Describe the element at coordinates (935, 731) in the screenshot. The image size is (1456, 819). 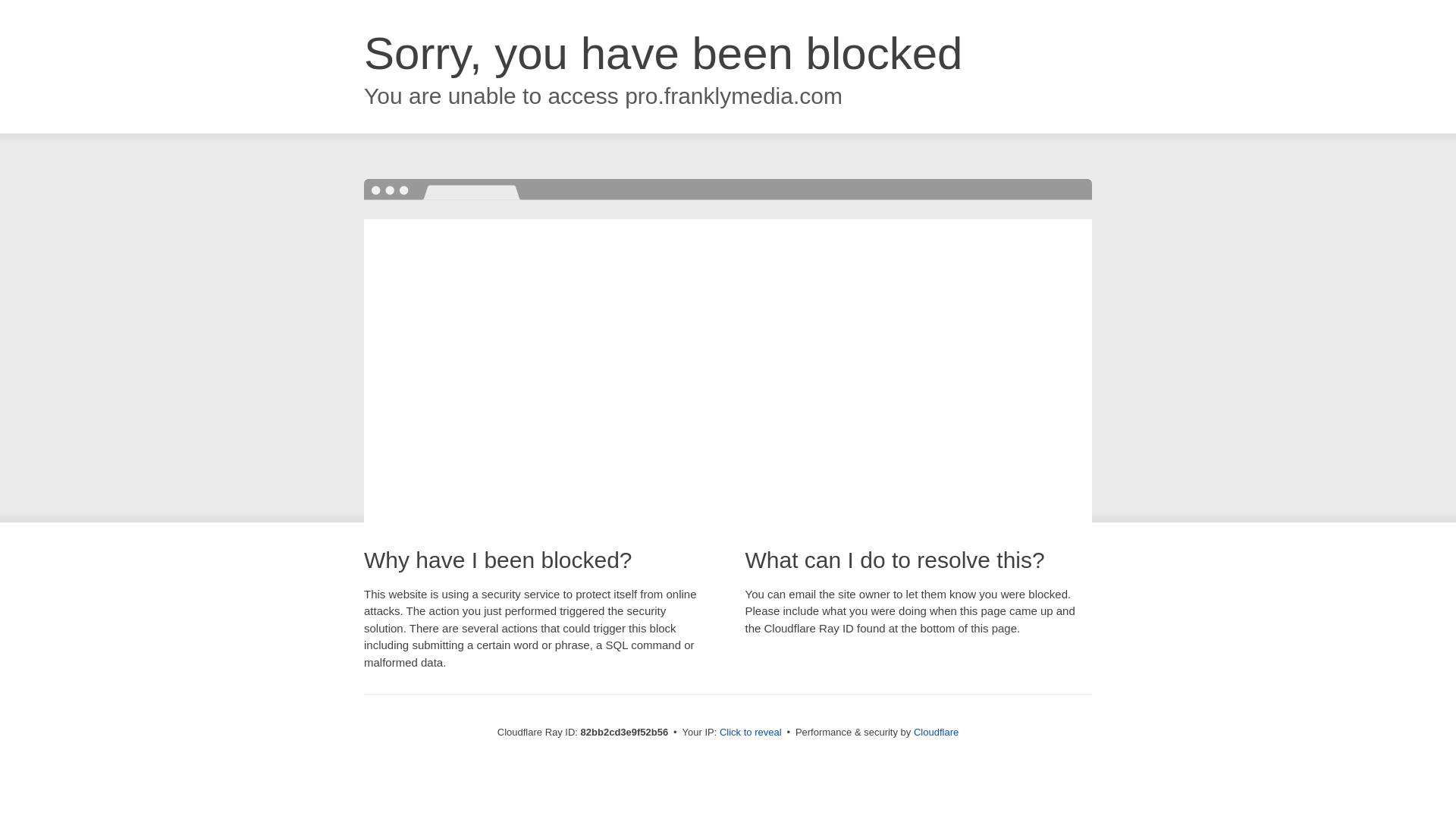
I see `'Cloudflare'` at that location.